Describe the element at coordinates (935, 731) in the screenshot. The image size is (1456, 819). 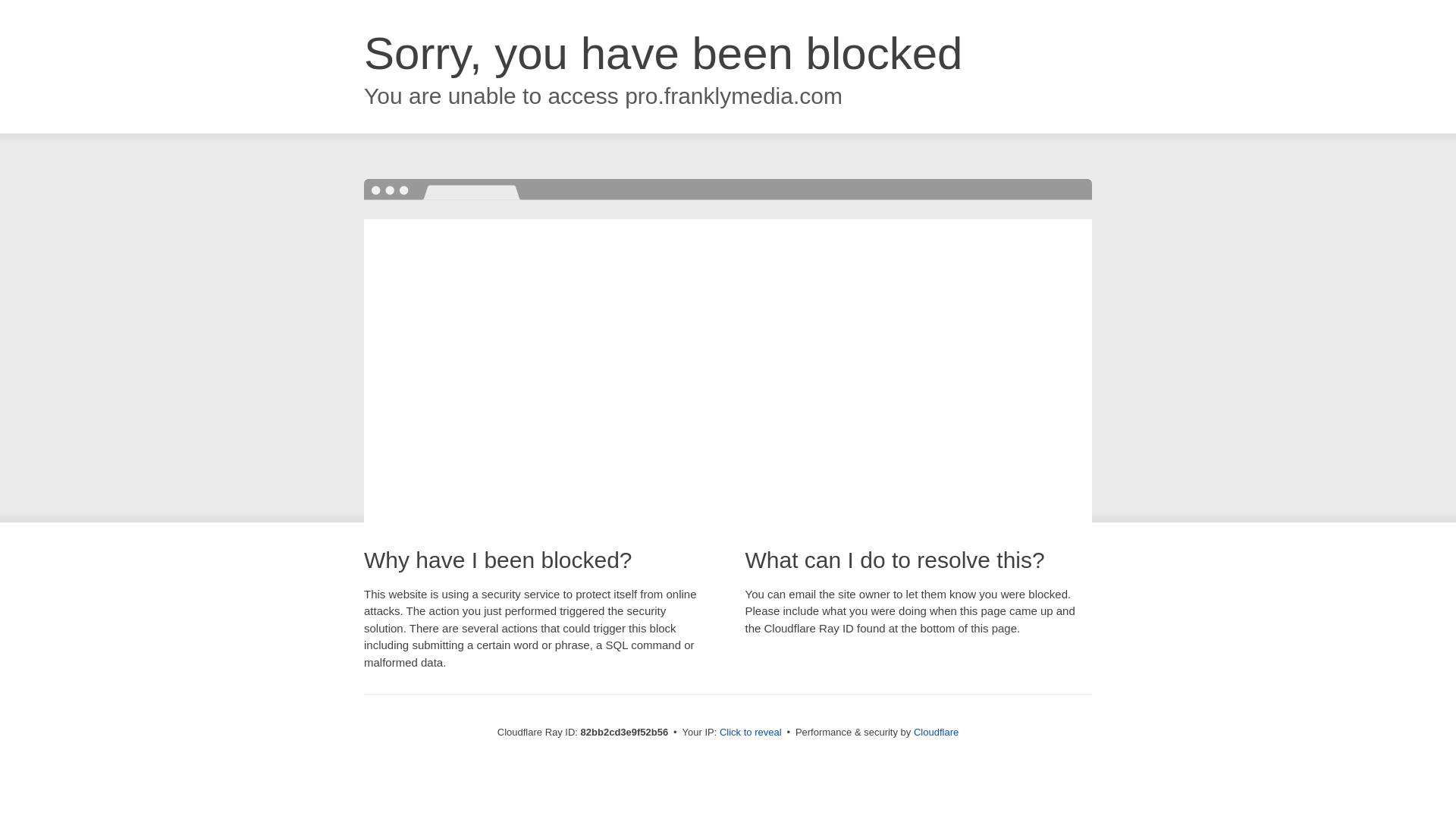
I see `'Cloudflare'` at that location.